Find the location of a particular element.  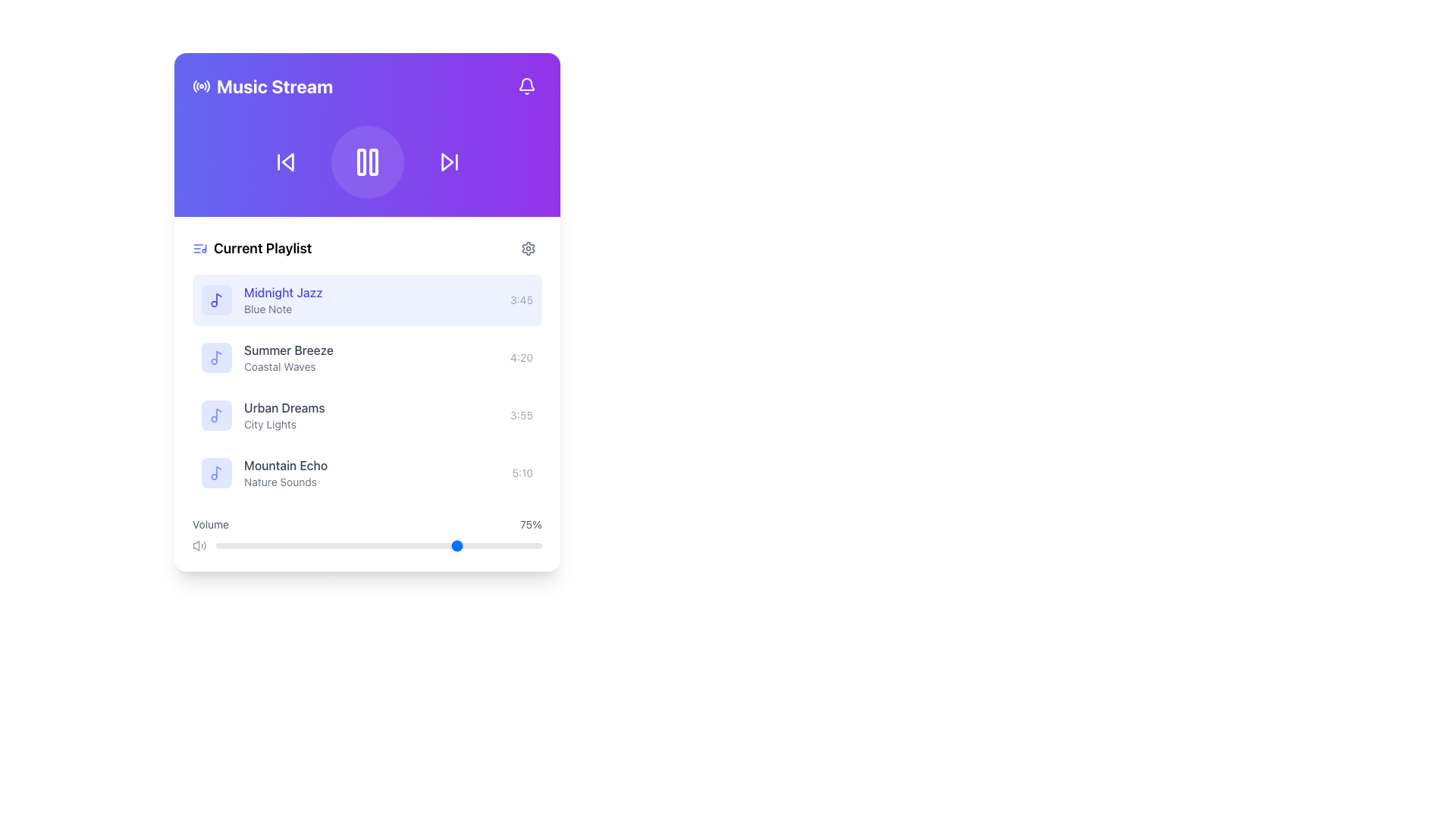

the volume slider is located at coordinates (382, 546).